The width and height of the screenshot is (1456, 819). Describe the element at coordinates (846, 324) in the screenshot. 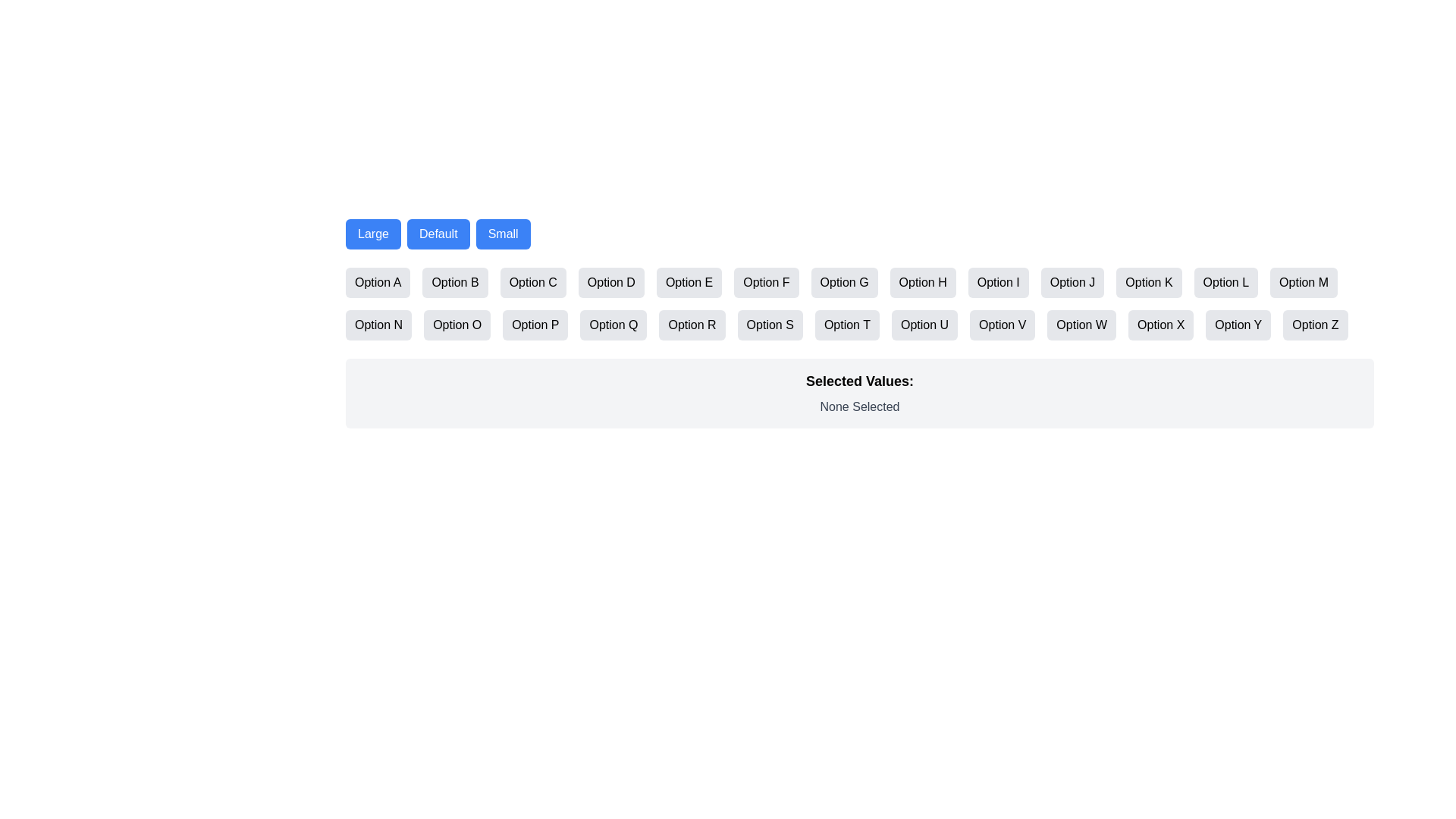

I see `the button labeled 'Option T' located in the second row, 4th element from the left in a grid layout` at that location.